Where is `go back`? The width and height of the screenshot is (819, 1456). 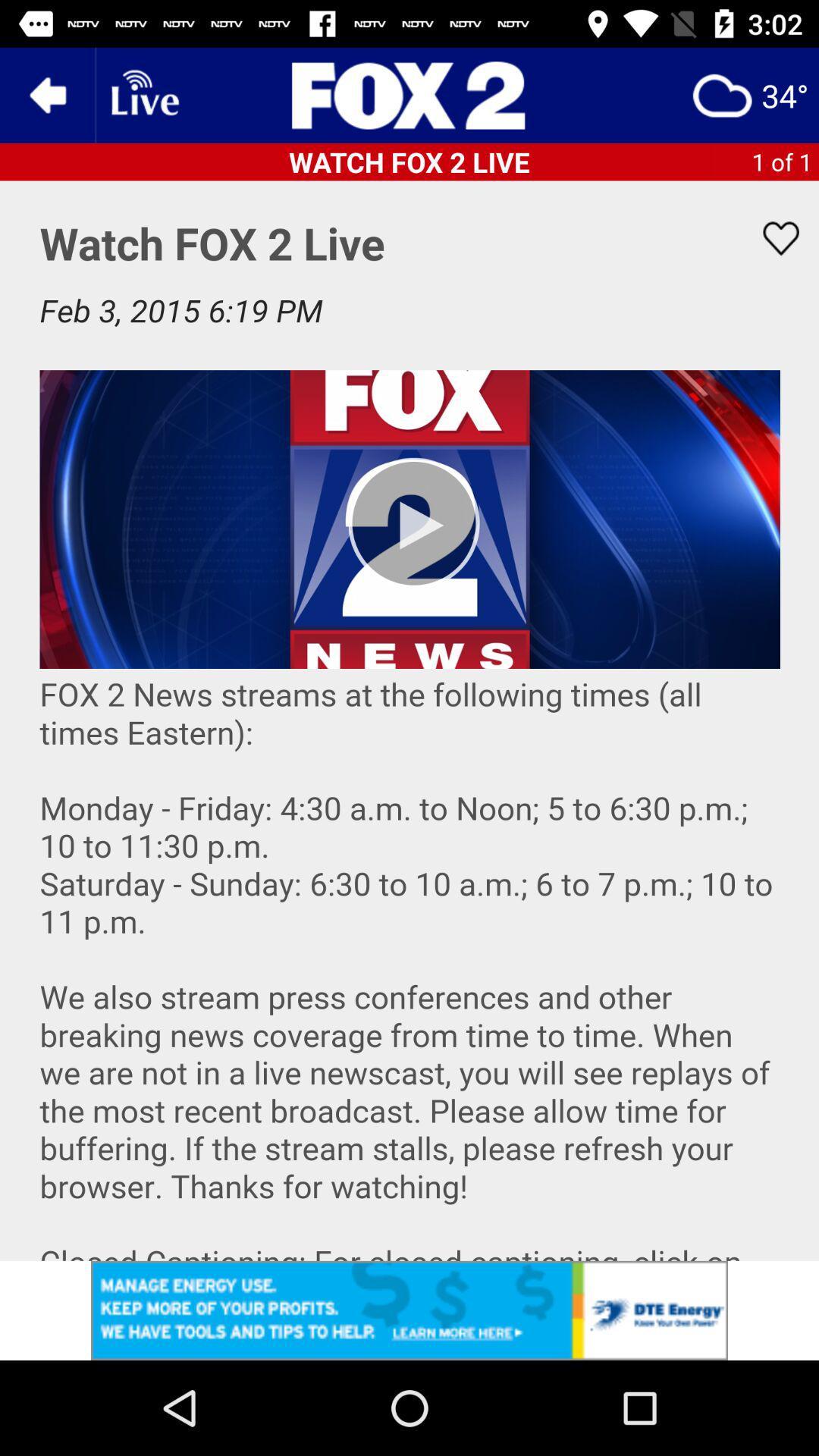 go back is located at coordinates (46, 94).